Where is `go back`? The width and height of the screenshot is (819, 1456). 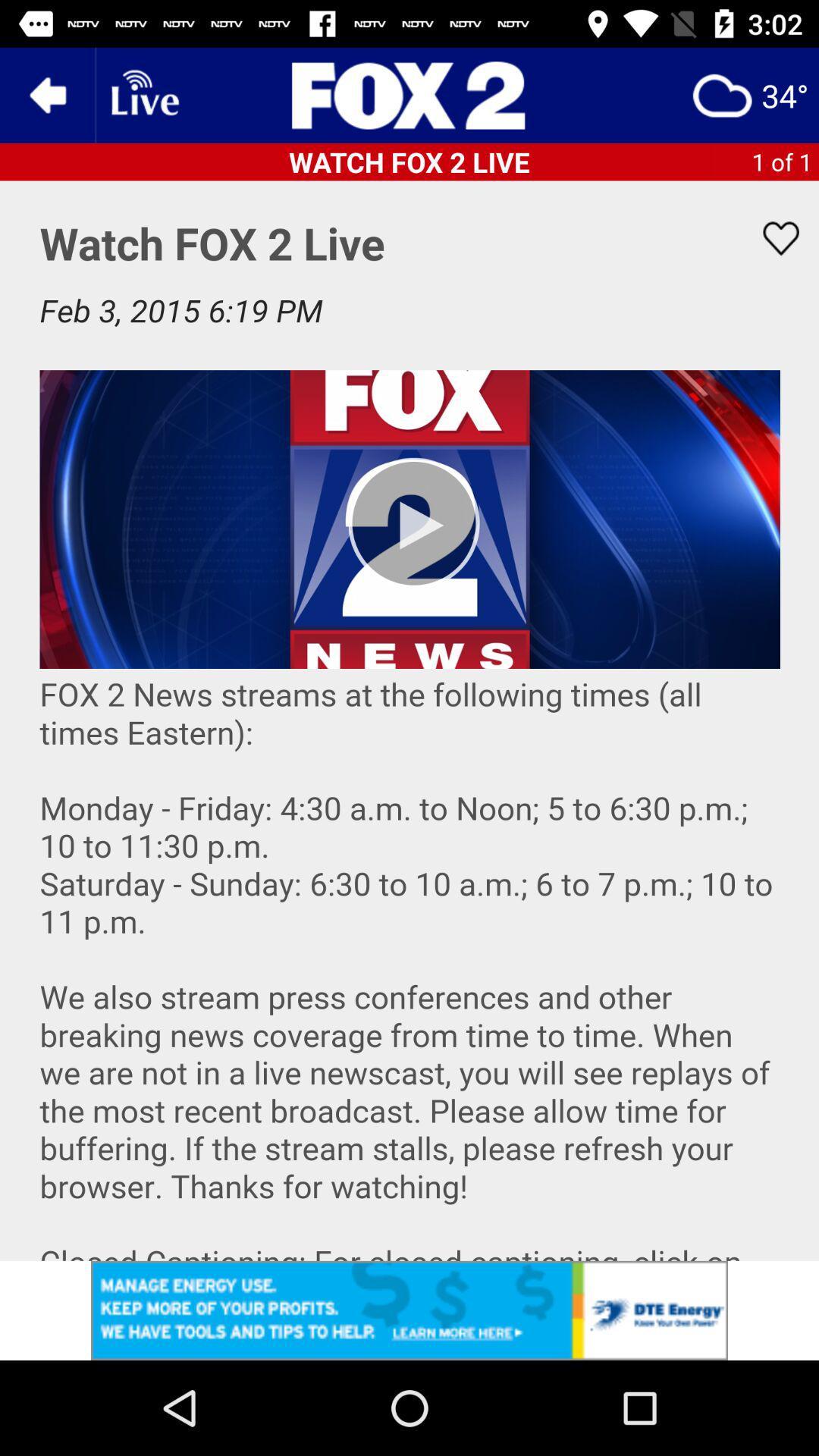 go back is located at coordinates (46, 94).